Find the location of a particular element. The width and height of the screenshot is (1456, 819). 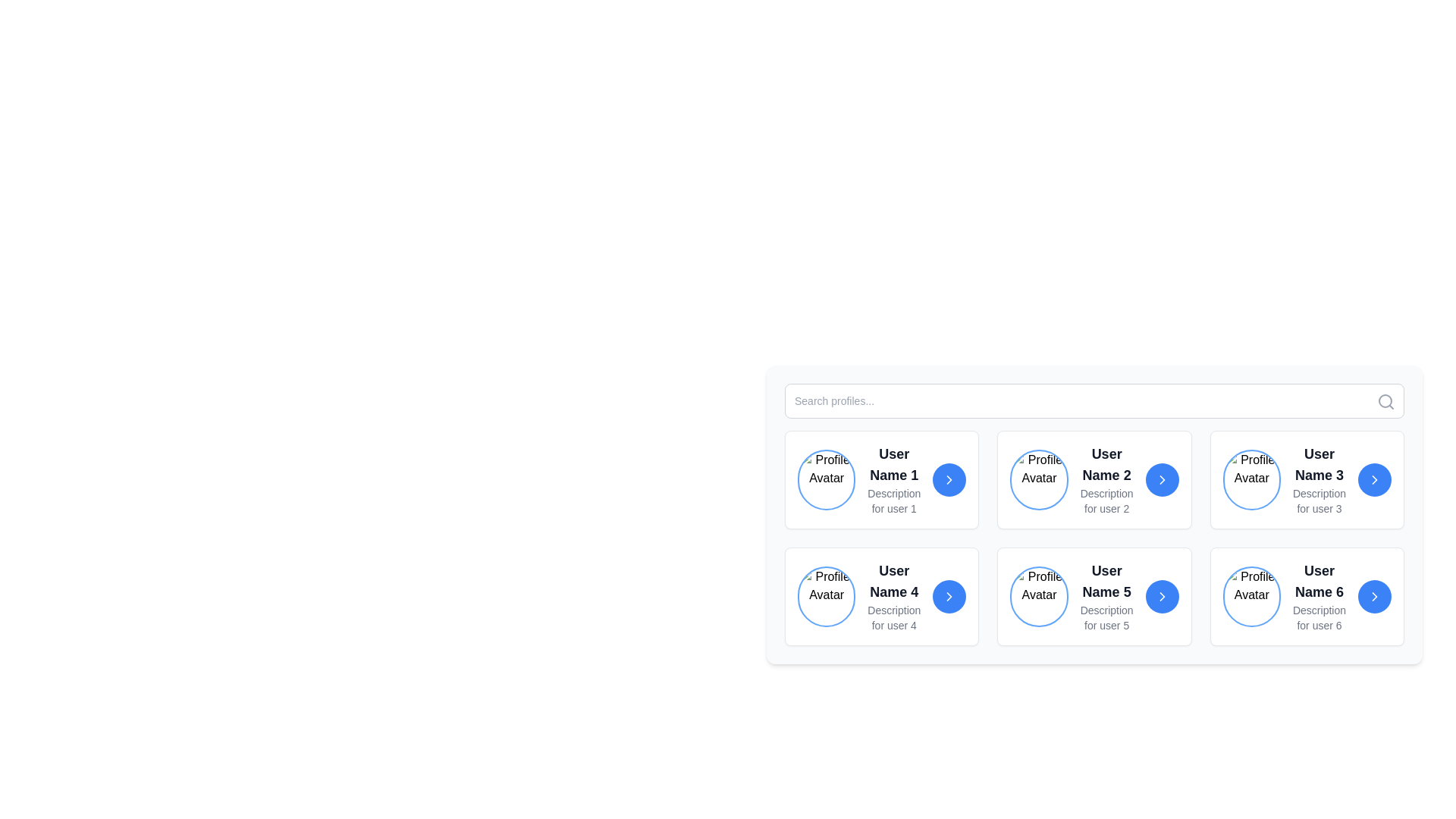

the circular blue button with a right-pointing chevron icon located at the bottom-right corner of the 'User Name 2 Description for user 2' card is located at coordinates (1161, 479).